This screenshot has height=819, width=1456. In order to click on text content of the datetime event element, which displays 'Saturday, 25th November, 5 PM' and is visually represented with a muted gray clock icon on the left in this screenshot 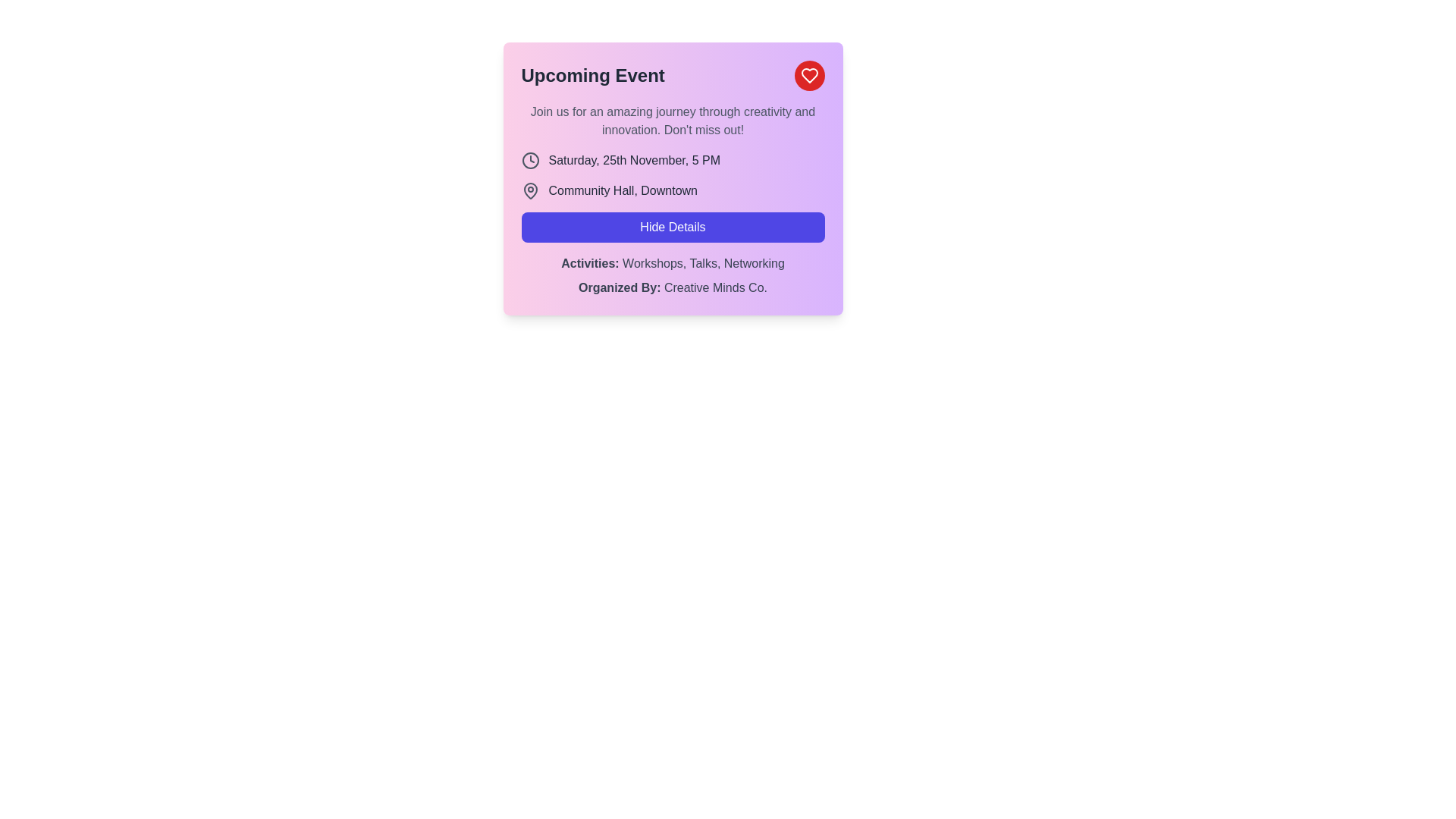, I will do `click(672, 161)`.